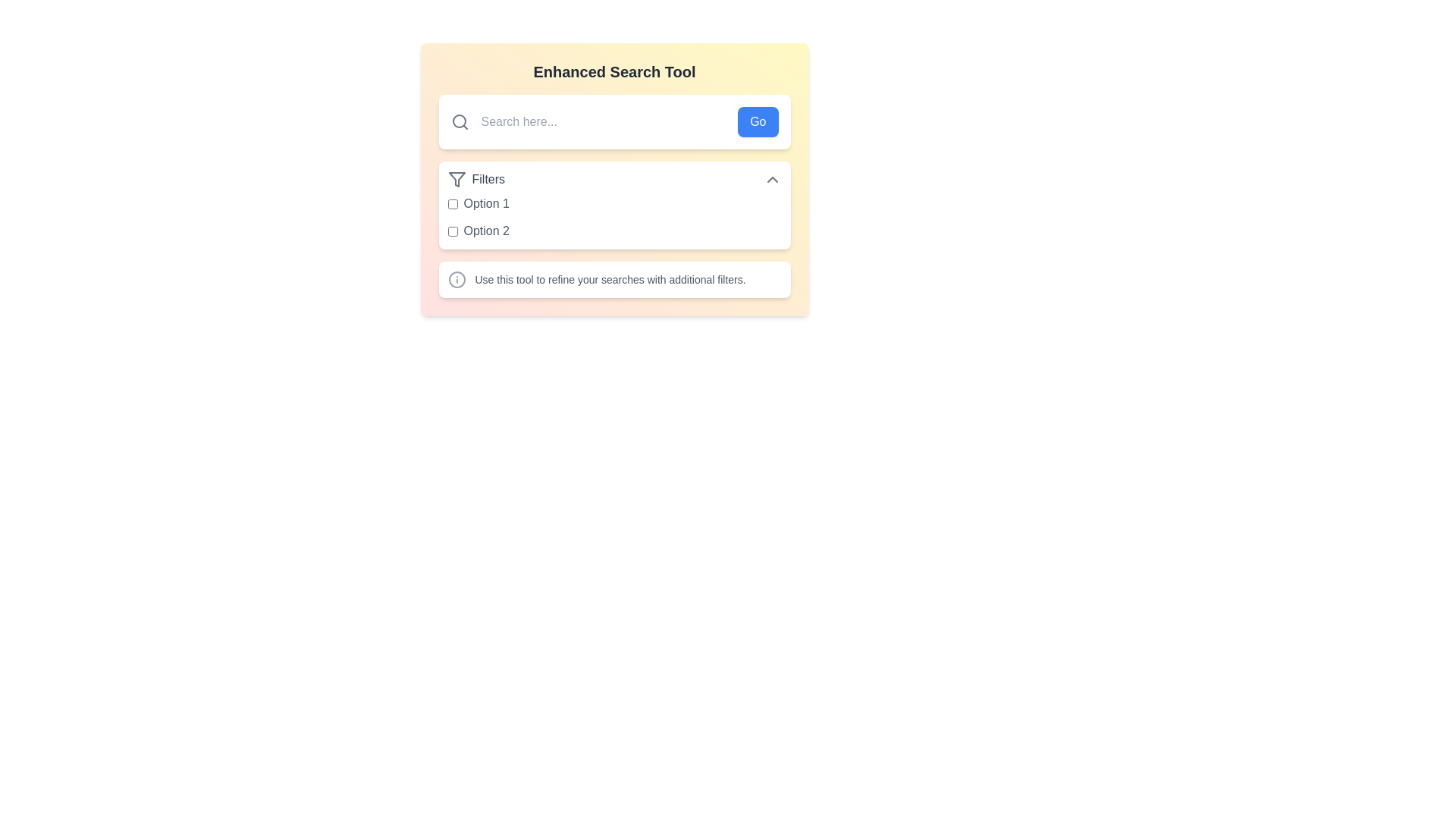 The width and height of the screenshot is (1456, 819). Describe the element at coordinates (456, 178) in the screenshot. I see `the triangular funnel-shaped Decorative Icon located in the 'Filters' section, positioned to the left of the text label` at that location.